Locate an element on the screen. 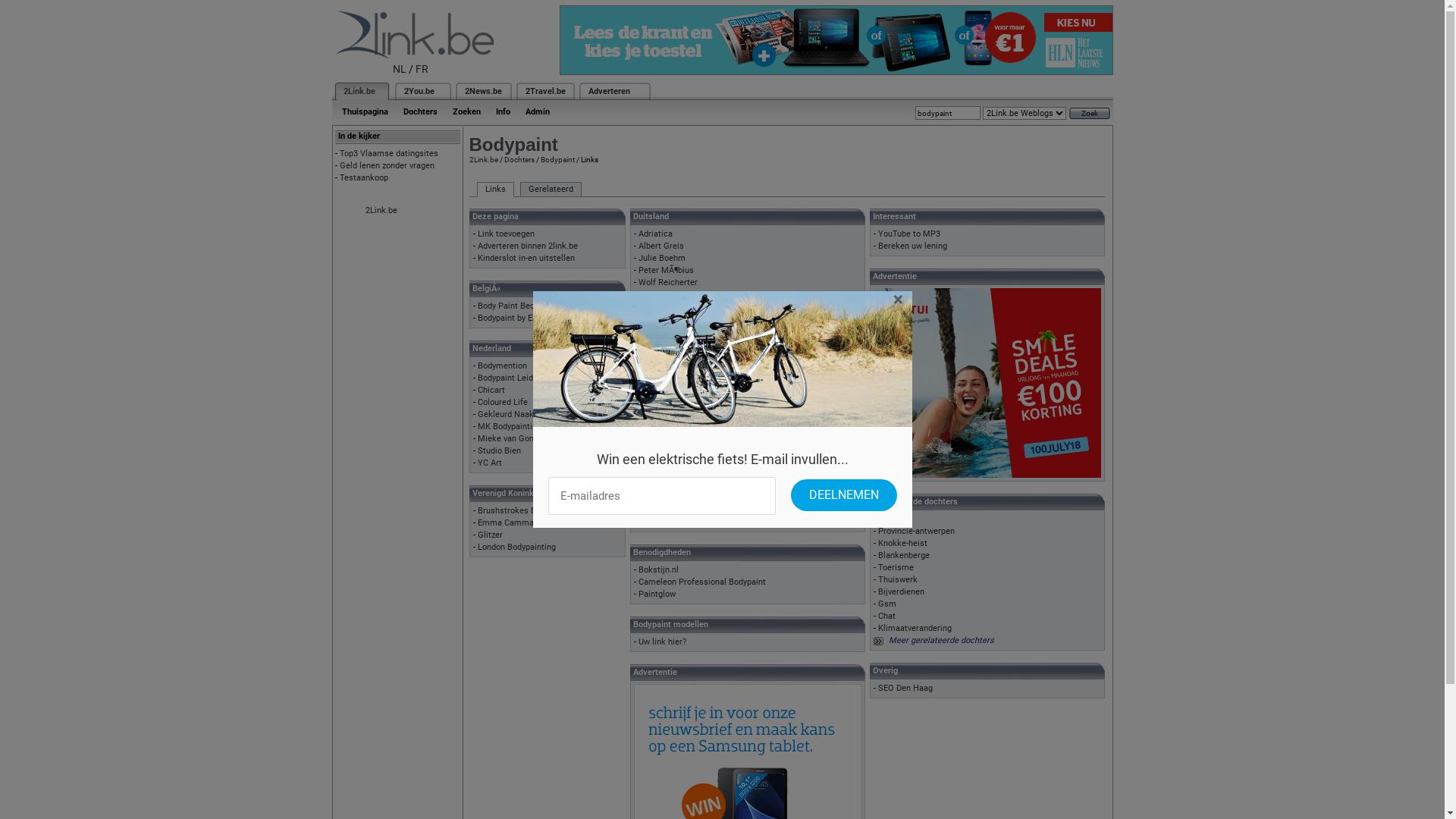  'Admin' is located at coordinates (537, 111).